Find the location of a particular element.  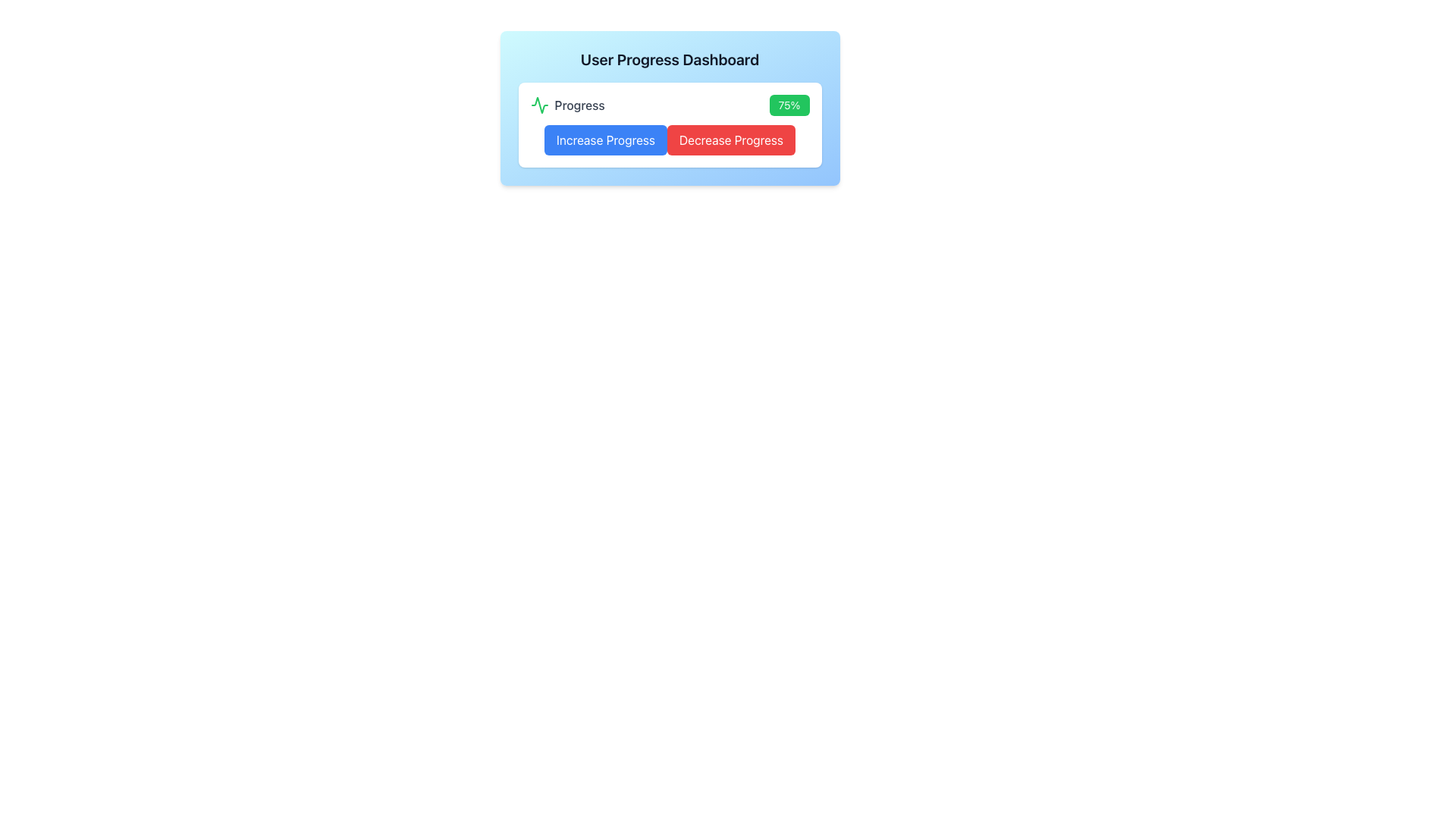

title text located at the top section of the card, which provides an overview of the content below is located at coordinates (669, 58).